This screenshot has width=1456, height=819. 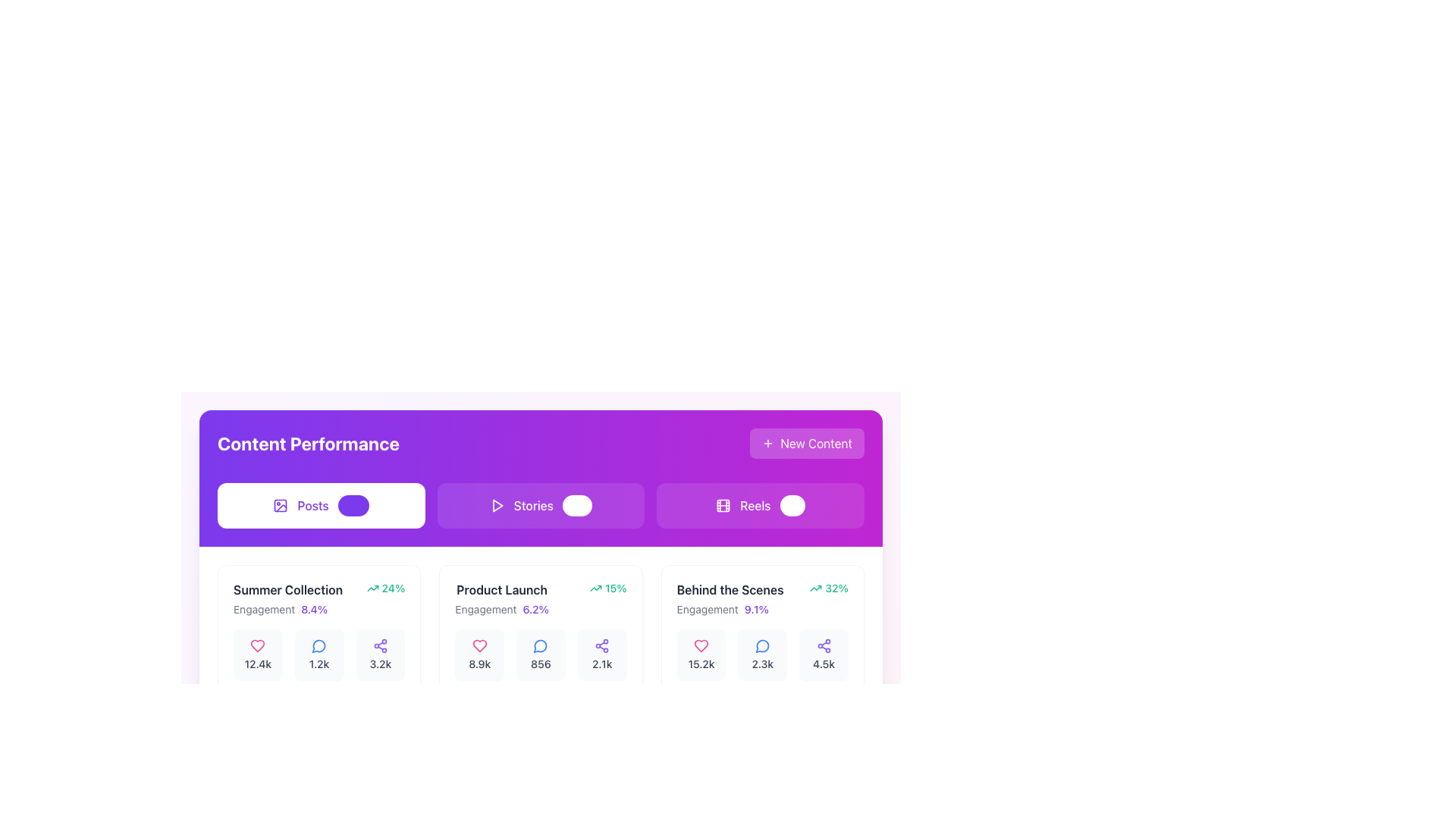 What do you see at coordinates (701, 646) in the screenshot?
I see `the heart-shaped pink icon located in the 'Behind the Scenes' section of the 'Content Performance' dashboard, which is the first icon in the row below the title` at bounding box center [701, 646].